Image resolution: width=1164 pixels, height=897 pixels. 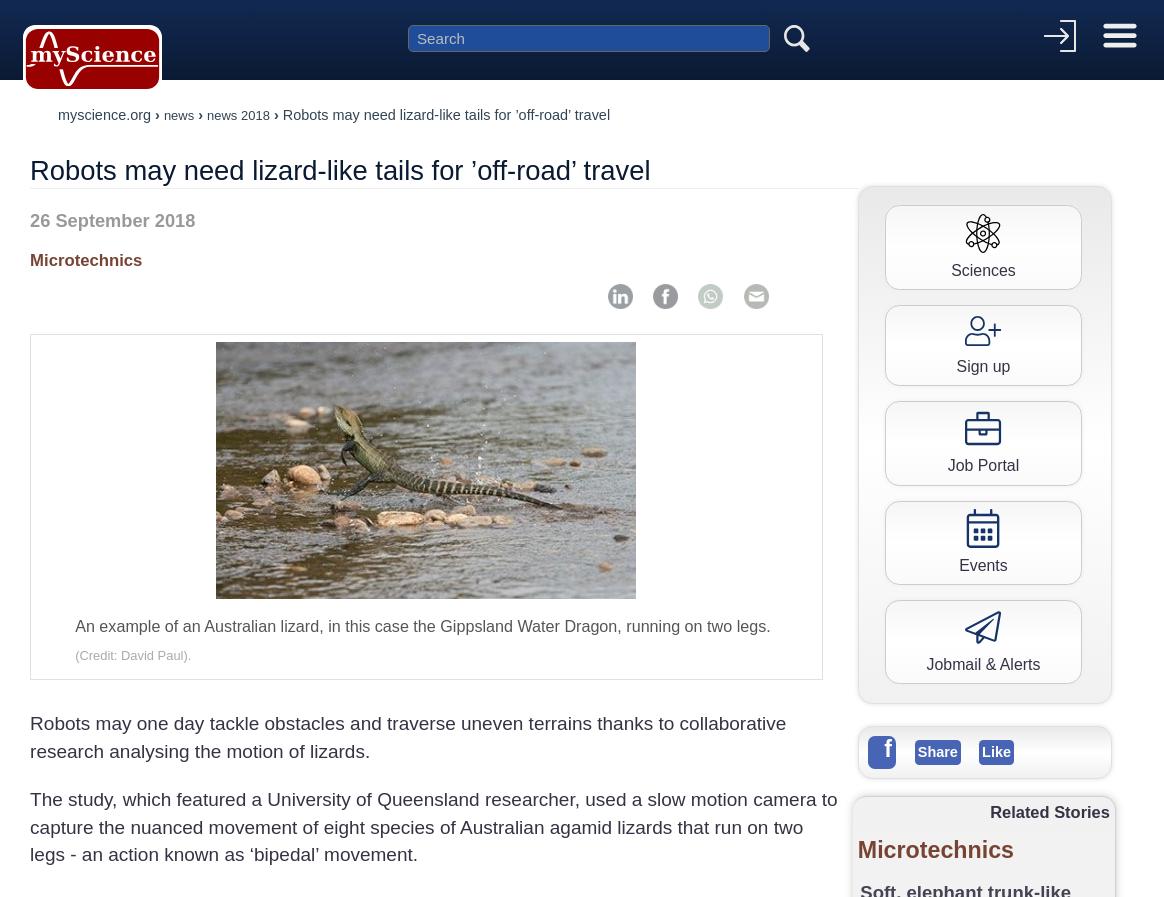 I want to click on 'Robots may one day tackle obstacles and traverse uneven terrains thanks to collaborative research analysing the motion of lizards.', so click(x=30, y=736).